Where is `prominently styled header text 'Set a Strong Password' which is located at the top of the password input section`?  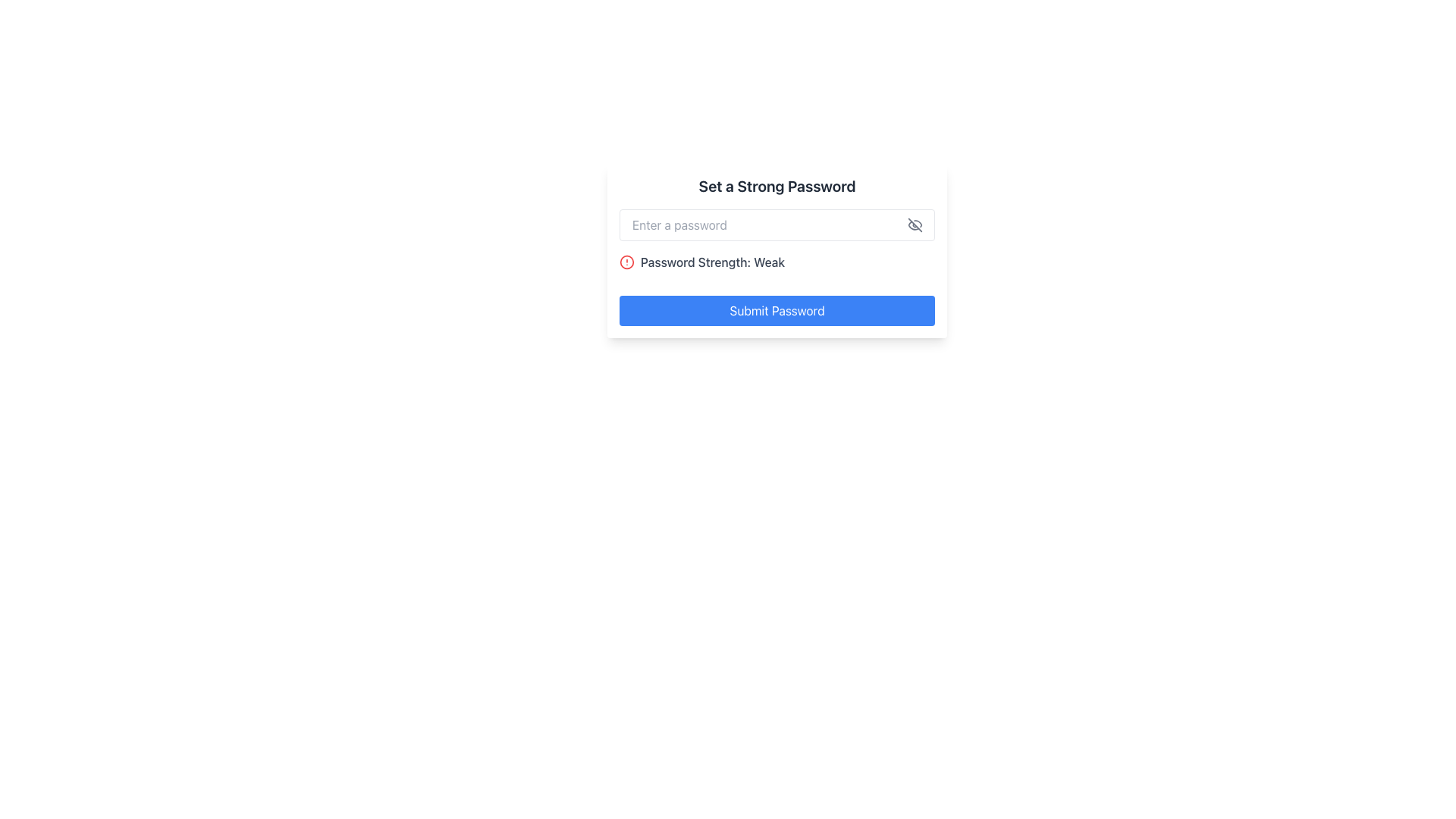
prominently styled header text 'Set a Strong Password' which is located at the top of the password input section is located at coordinates (777, 186).